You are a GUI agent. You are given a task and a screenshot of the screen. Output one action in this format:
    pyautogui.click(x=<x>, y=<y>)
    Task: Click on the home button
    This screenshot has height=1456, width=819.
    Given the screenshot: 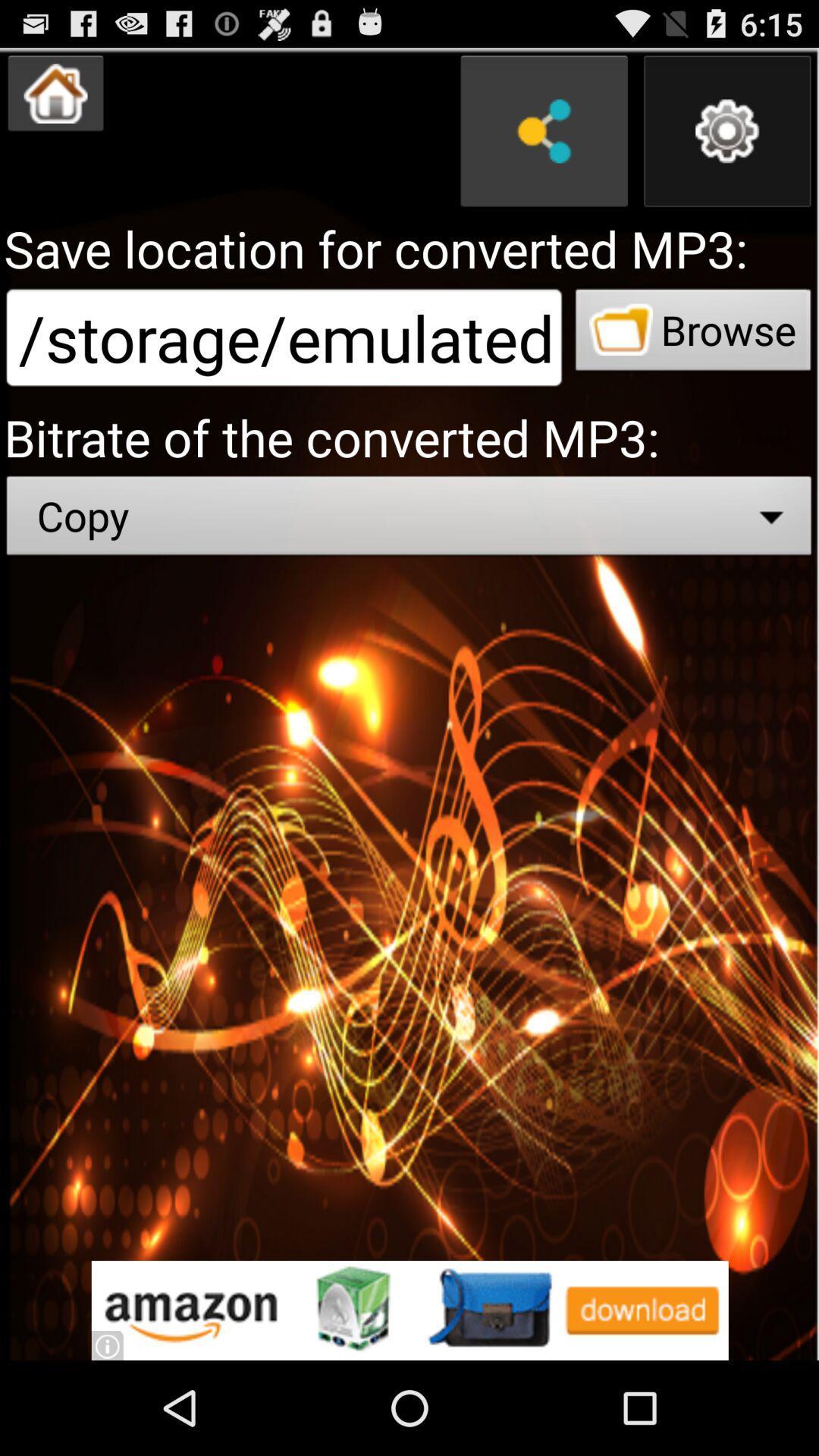 What is the action you would take?
    pyautogui.click(x=55, y=93)
    